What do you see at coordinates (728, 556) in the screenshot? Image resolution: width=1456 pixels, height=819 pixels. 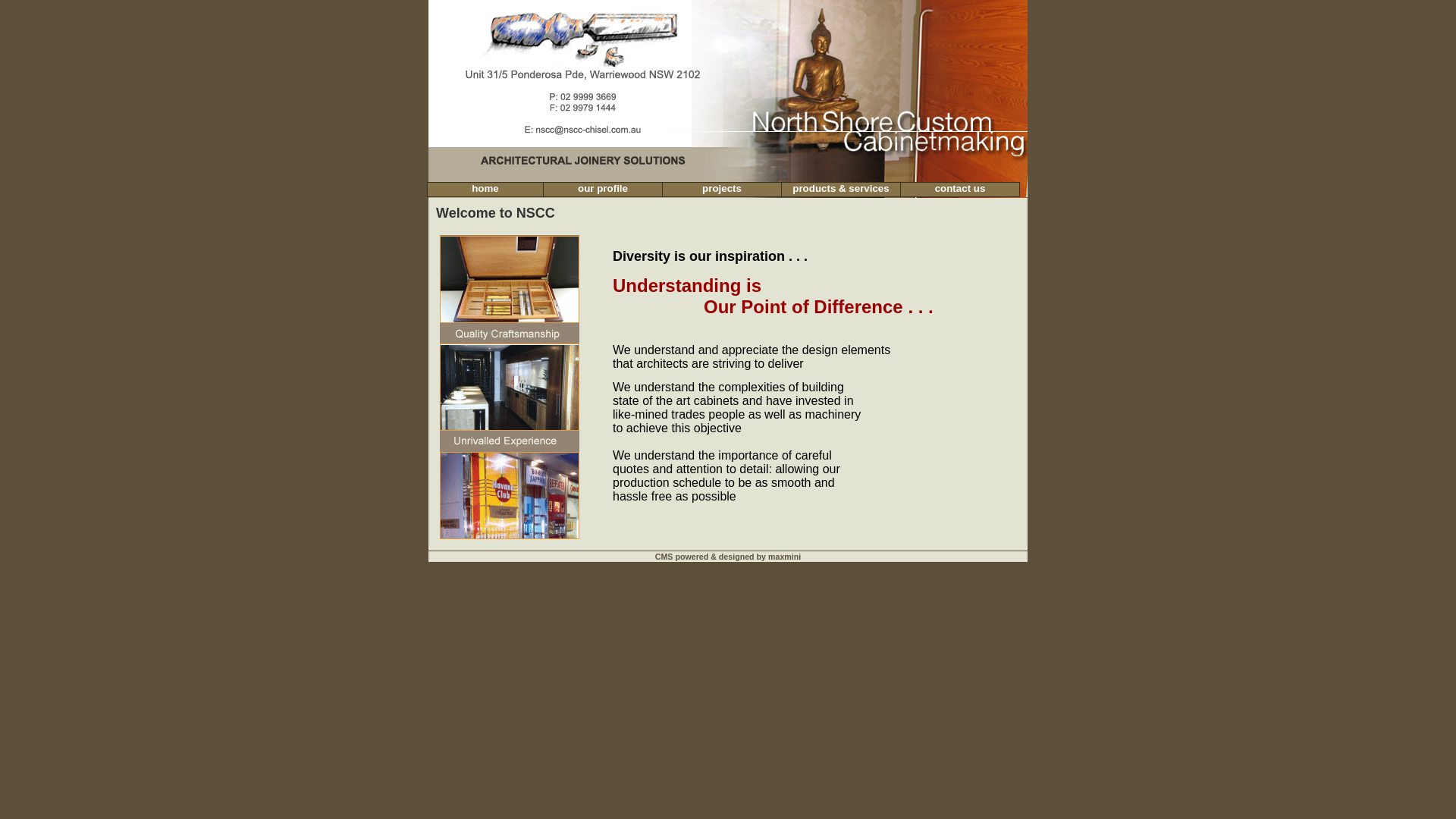 I see `'CMS powered & designed by maxmini'` at bounding box center [728, 556].